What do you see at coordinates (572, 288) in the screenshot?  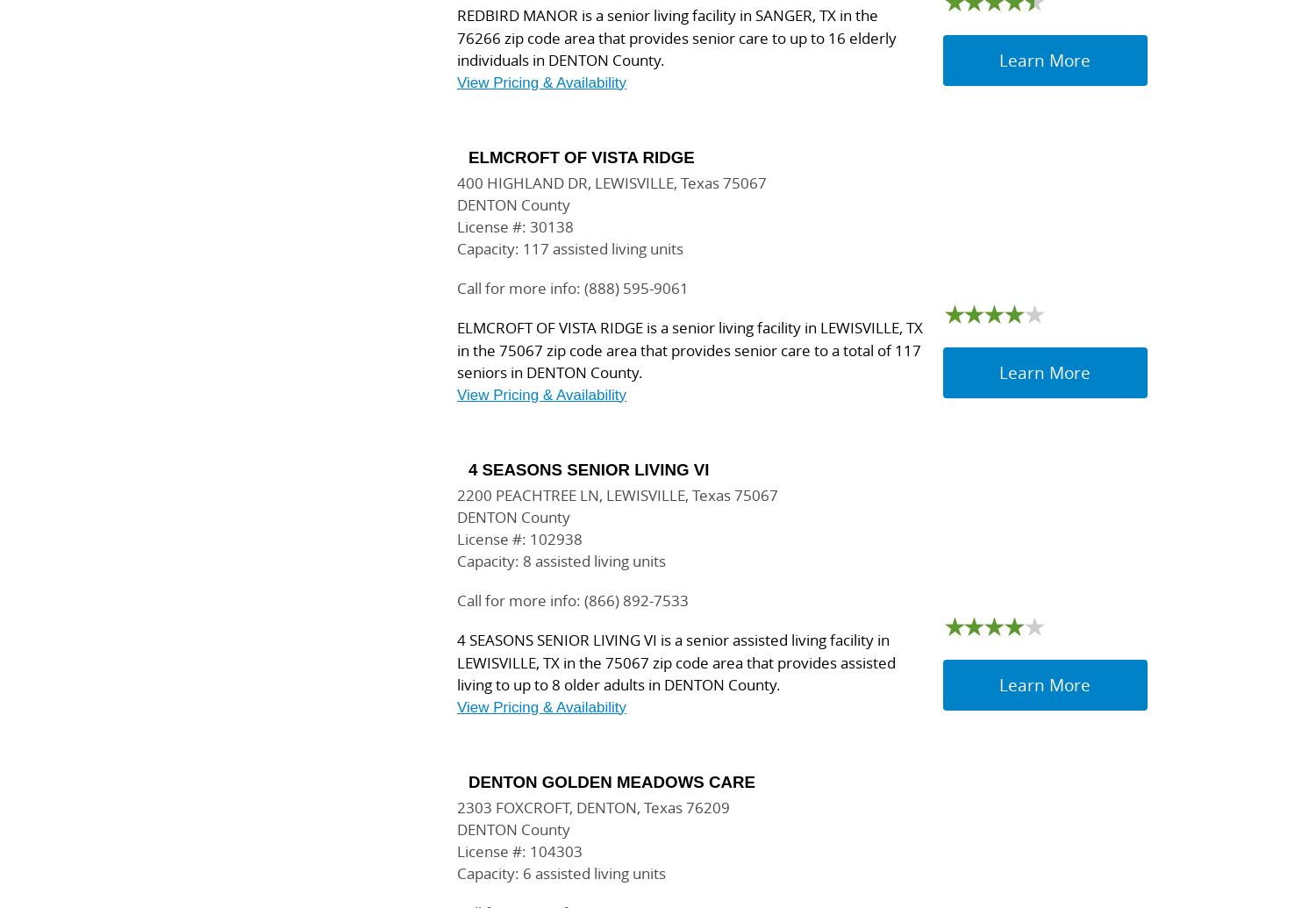 I see `'Call for more info: (888) 595-9061'` at bounding box center [572, 288].